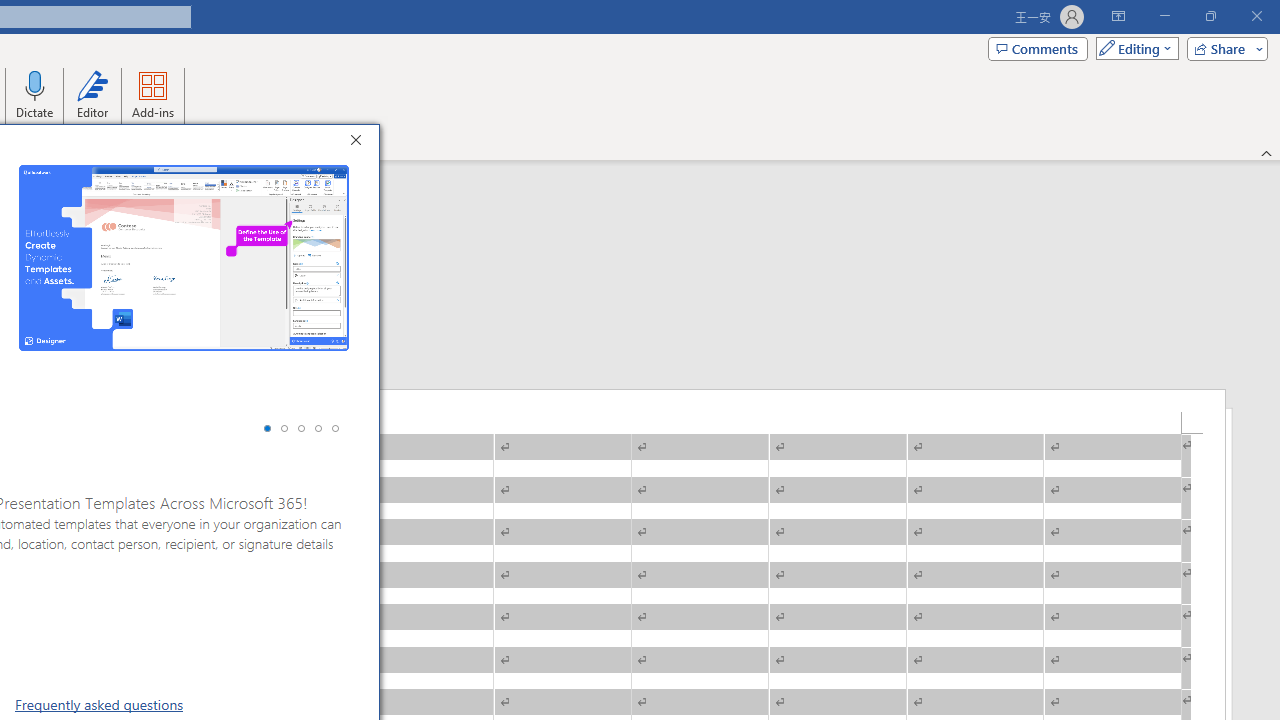 The image size is (1280, 720). What do you see at coordinates (98, 703) in the screenshot?
I see `'Frequently asked questions'` at bounding box center [98, 703].